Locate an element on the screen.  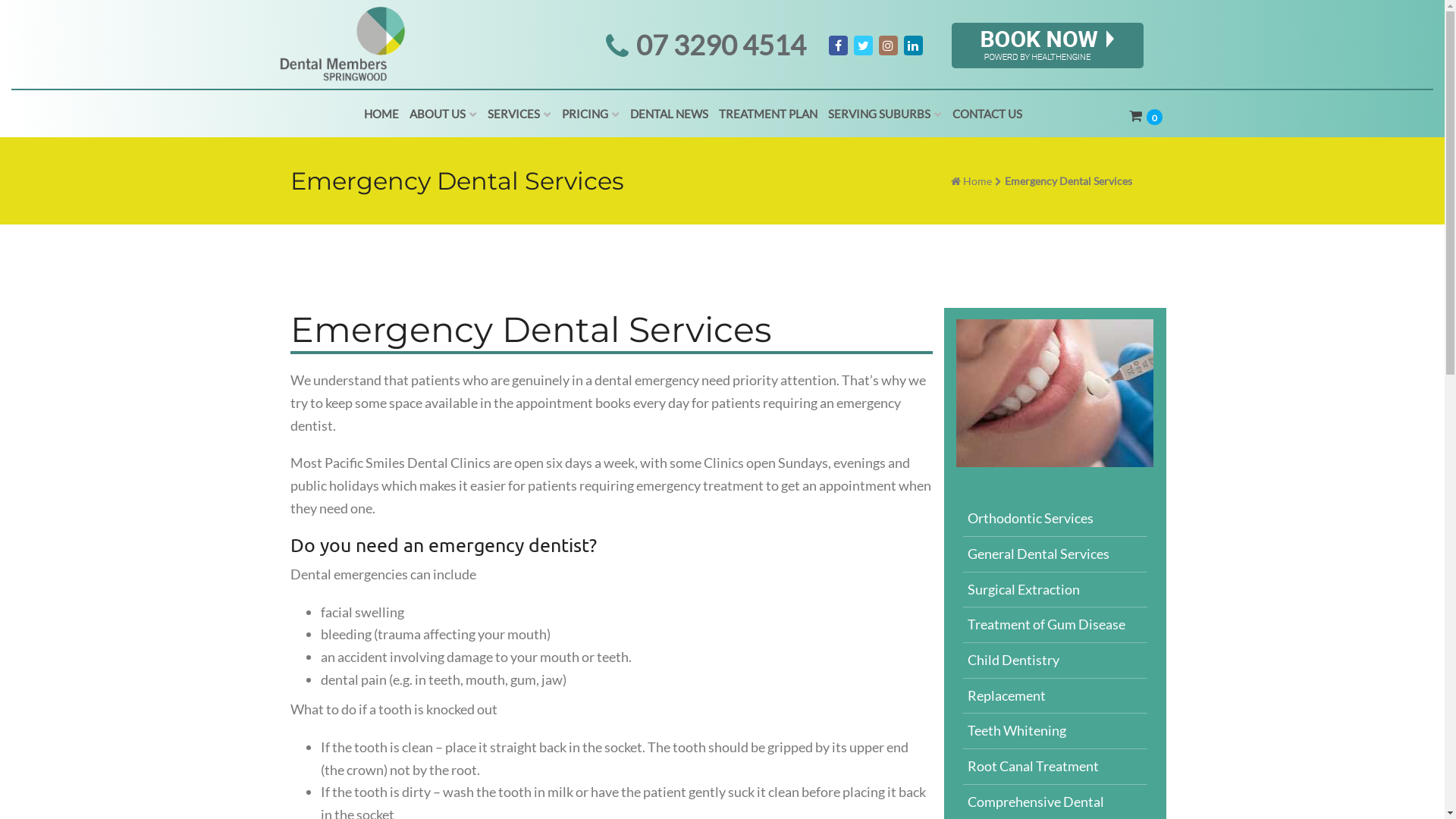
'General Dental Services' is located at coordinates (1054, 554).